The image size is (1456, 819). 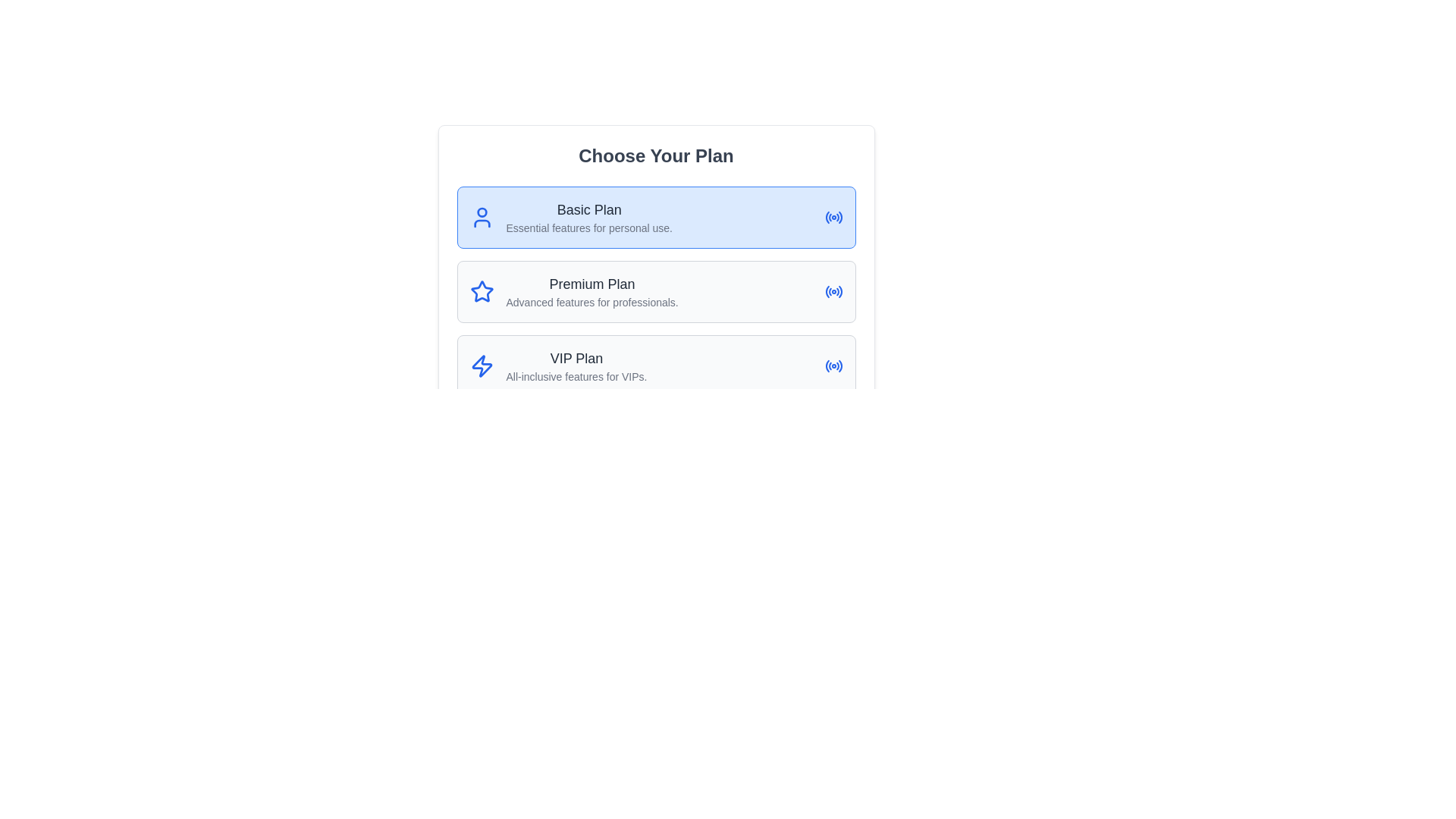 What do you see at coordinates (481, 223) in the screenshot?
I see `the decorative vector graphic part of the SVG icon representing a user in the 'Basic Plan' selection` at bounding box center [481, 223].